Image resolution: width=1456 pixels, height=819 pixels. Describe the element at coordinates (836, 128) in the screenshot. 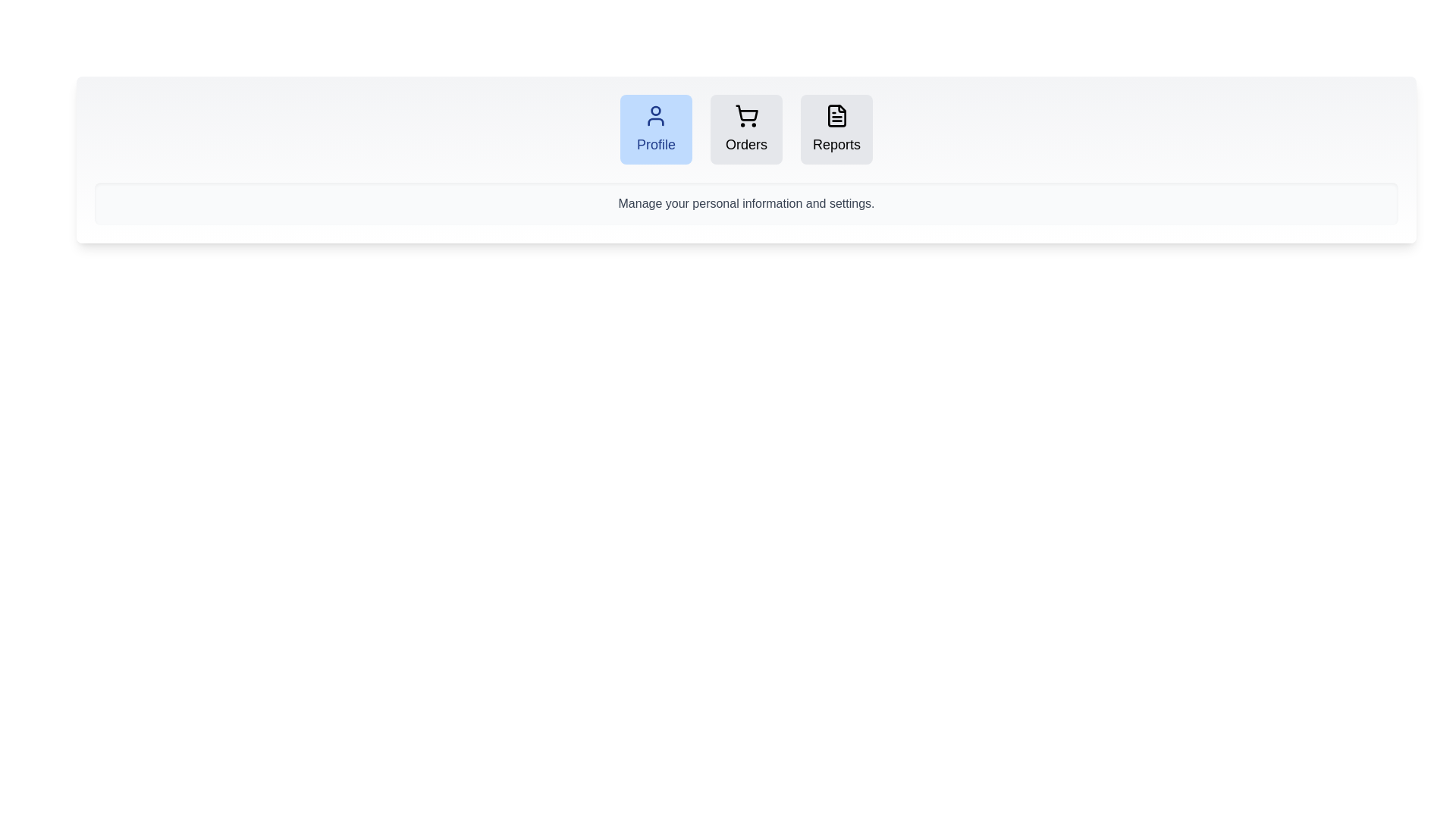

I see `the tab labeled Reports to observe its hover effect` at that location.